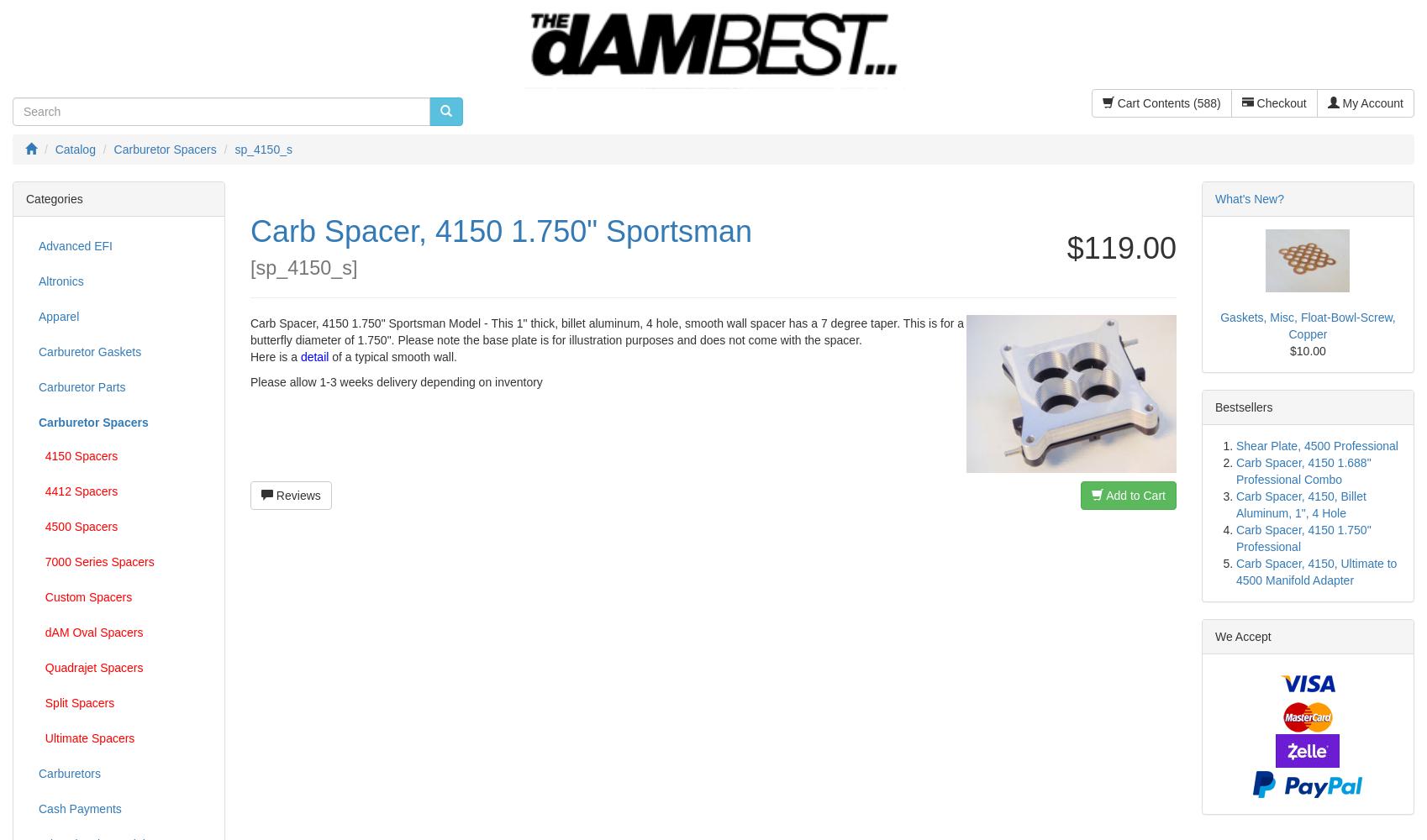  What do you see at coordinates (39, 596) in the screenshot?
I see `'Custom Spacers'` at bounding box center [39, 596].